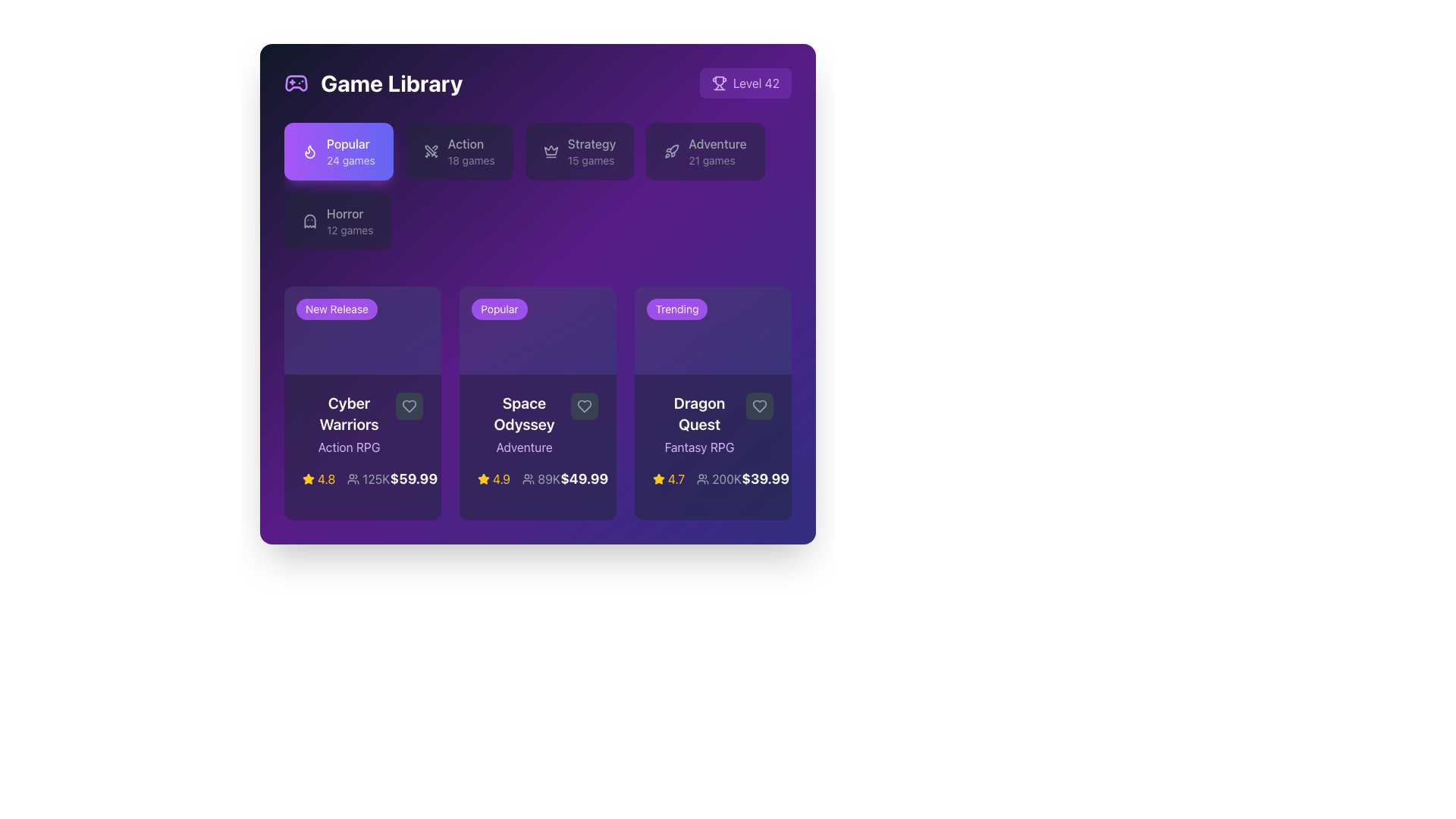 This screenshot has width=1456, height=819. I want to click on the text label displaying '21 games', which is positioned beneath the 'Adventure' header in the Adventure category box, for information purposes, so click(717, 161).